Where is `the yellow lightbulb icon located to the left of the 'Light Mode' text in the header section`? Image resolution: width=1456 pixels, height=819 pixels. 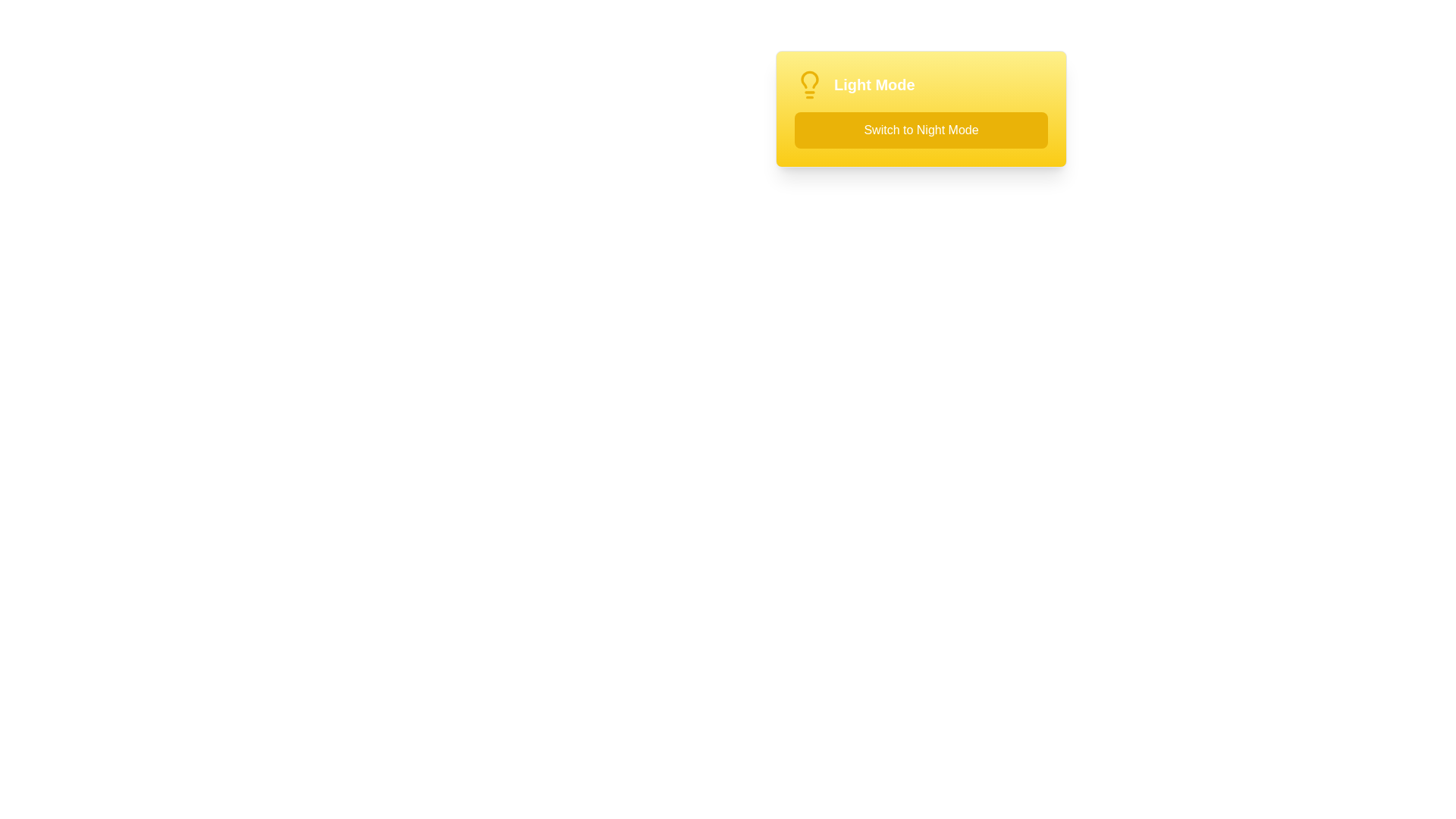
the yellow lightbulb icon located to the left of the 'Light Mode' text in the header section is located at coordinates (809, 84).